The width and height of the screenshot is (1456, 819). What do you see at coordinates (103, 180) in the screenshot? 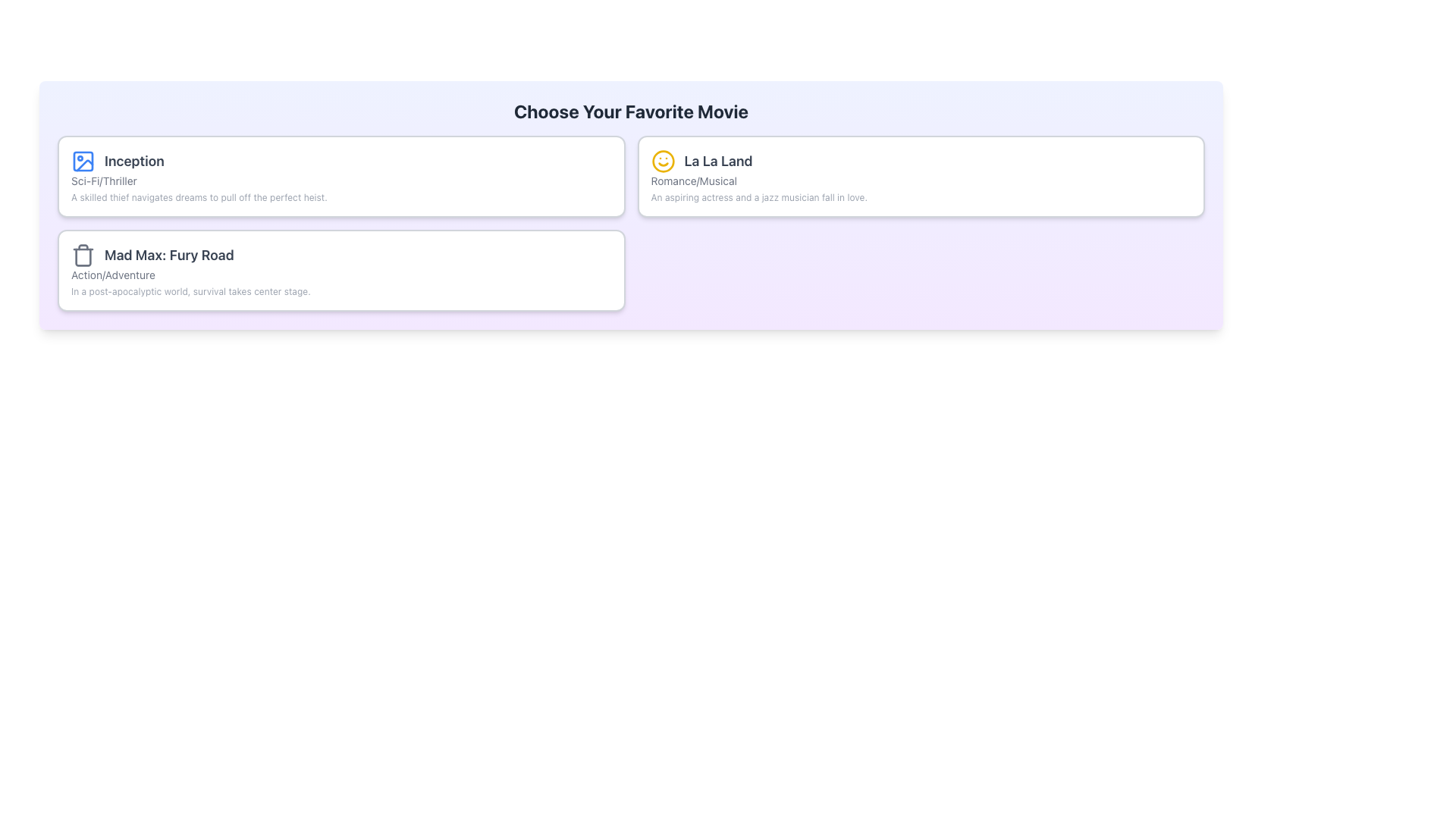
I see `the text label displaying the genre 'Sci-Fi/Thriller' located beneath the title 'Inception'` at bounding box center [103, 180].